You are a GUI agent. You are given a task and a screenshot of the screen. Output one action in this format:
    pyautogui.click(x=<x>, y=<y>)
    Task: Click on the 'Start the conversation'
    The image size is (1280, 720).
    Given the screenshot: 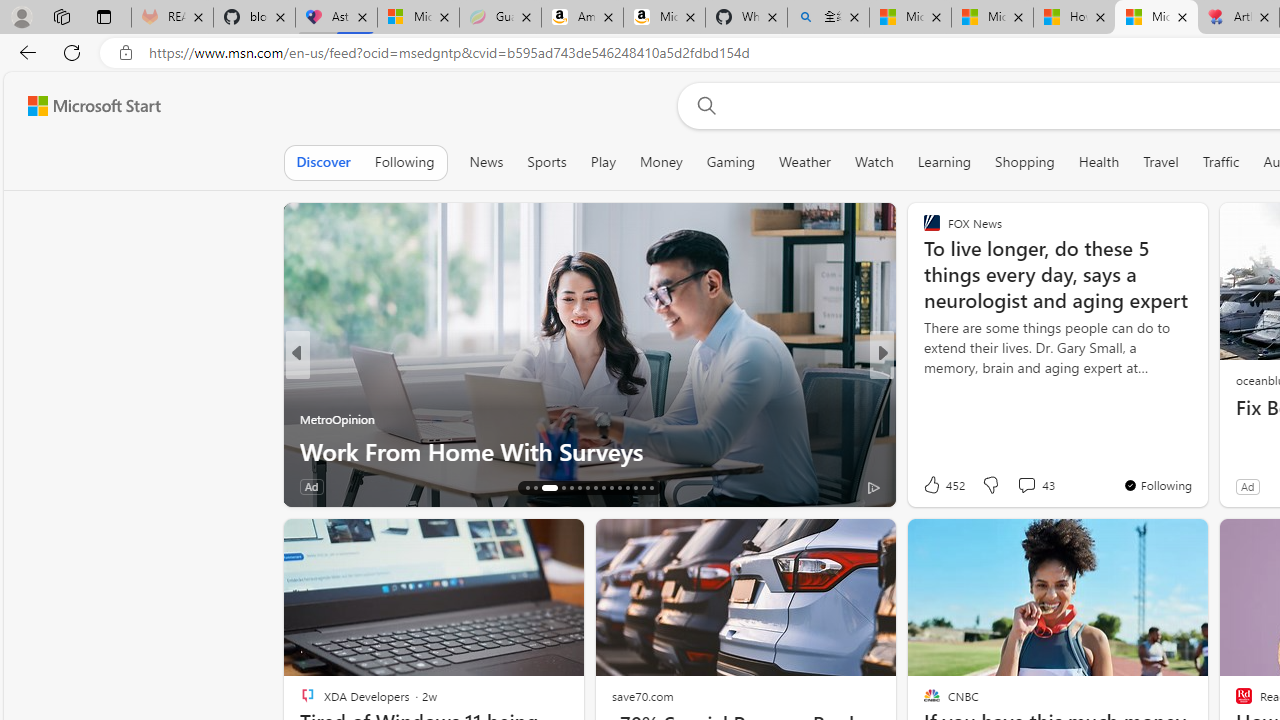 What is the action you would take?
    pyautogui.click(x=1014, y=486)
    